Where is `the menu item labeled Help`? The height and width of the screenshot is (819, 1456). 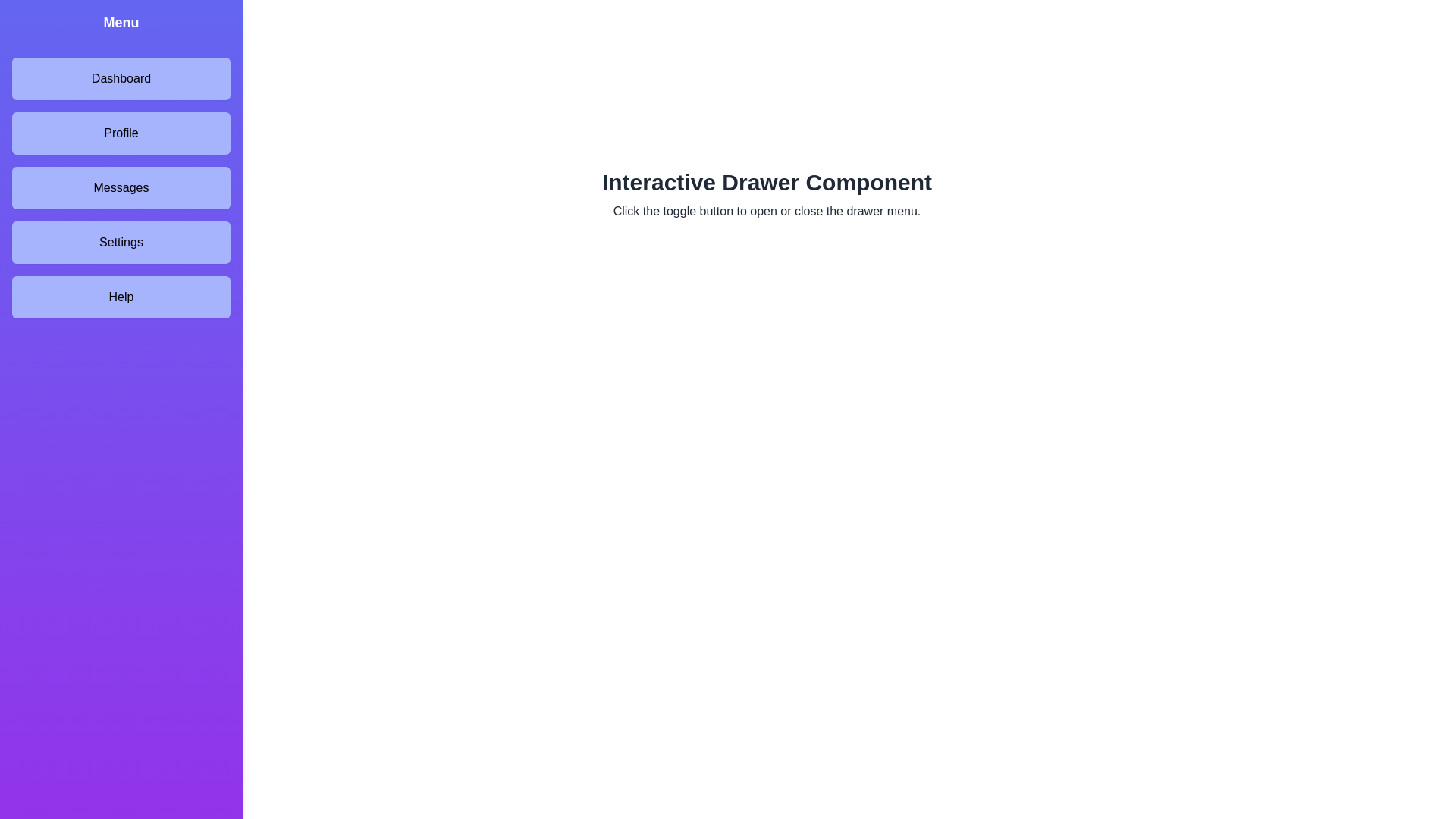
the menu item labeled Help is located at coordinates (120, 297).